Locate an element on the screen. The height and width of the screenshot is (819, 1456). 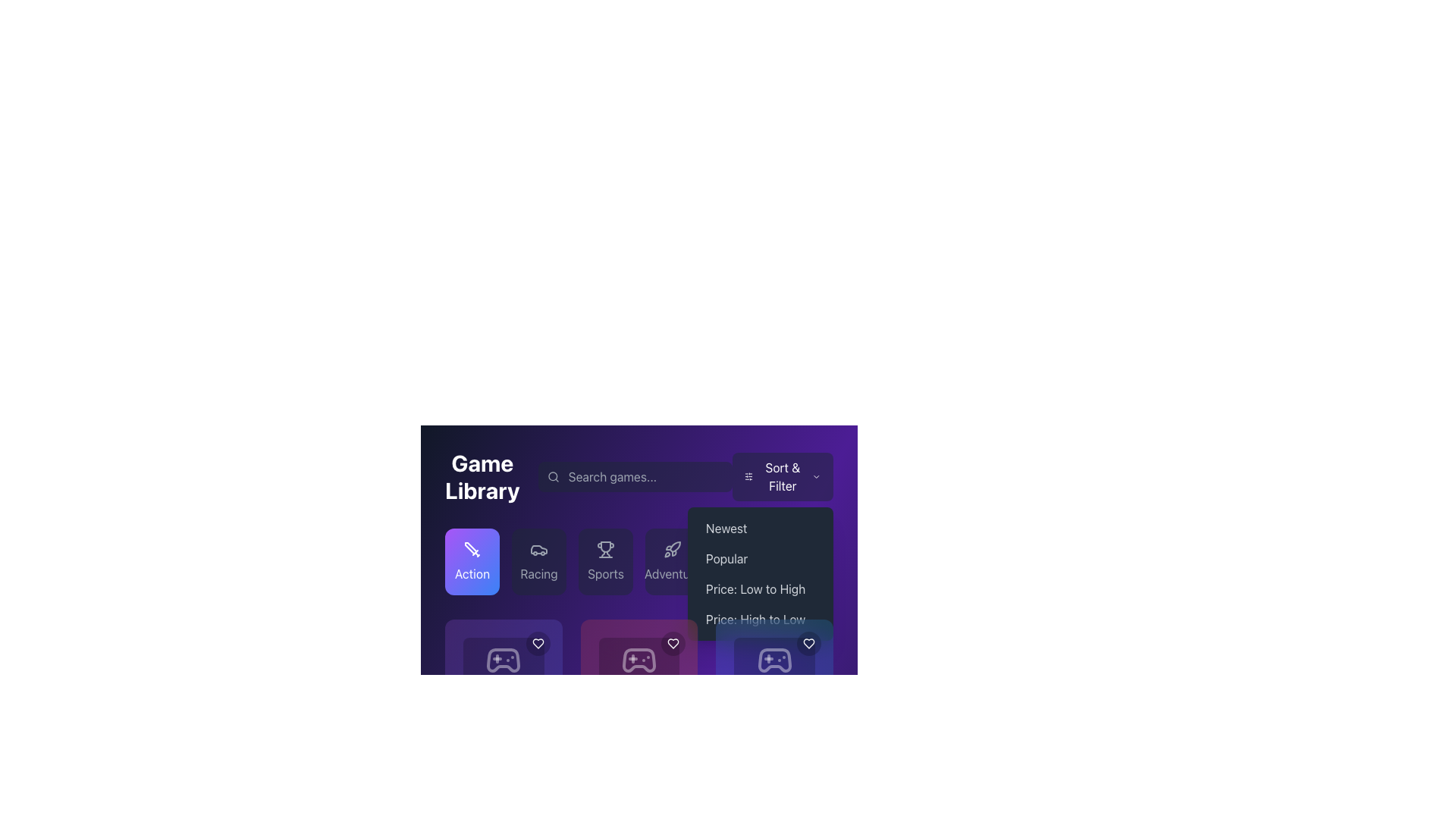
the heart-shaped icon with a hollow center located inside the black circular button at the bottom-right section of the purple card representing a game in the library is located at coordinates (538, 643).